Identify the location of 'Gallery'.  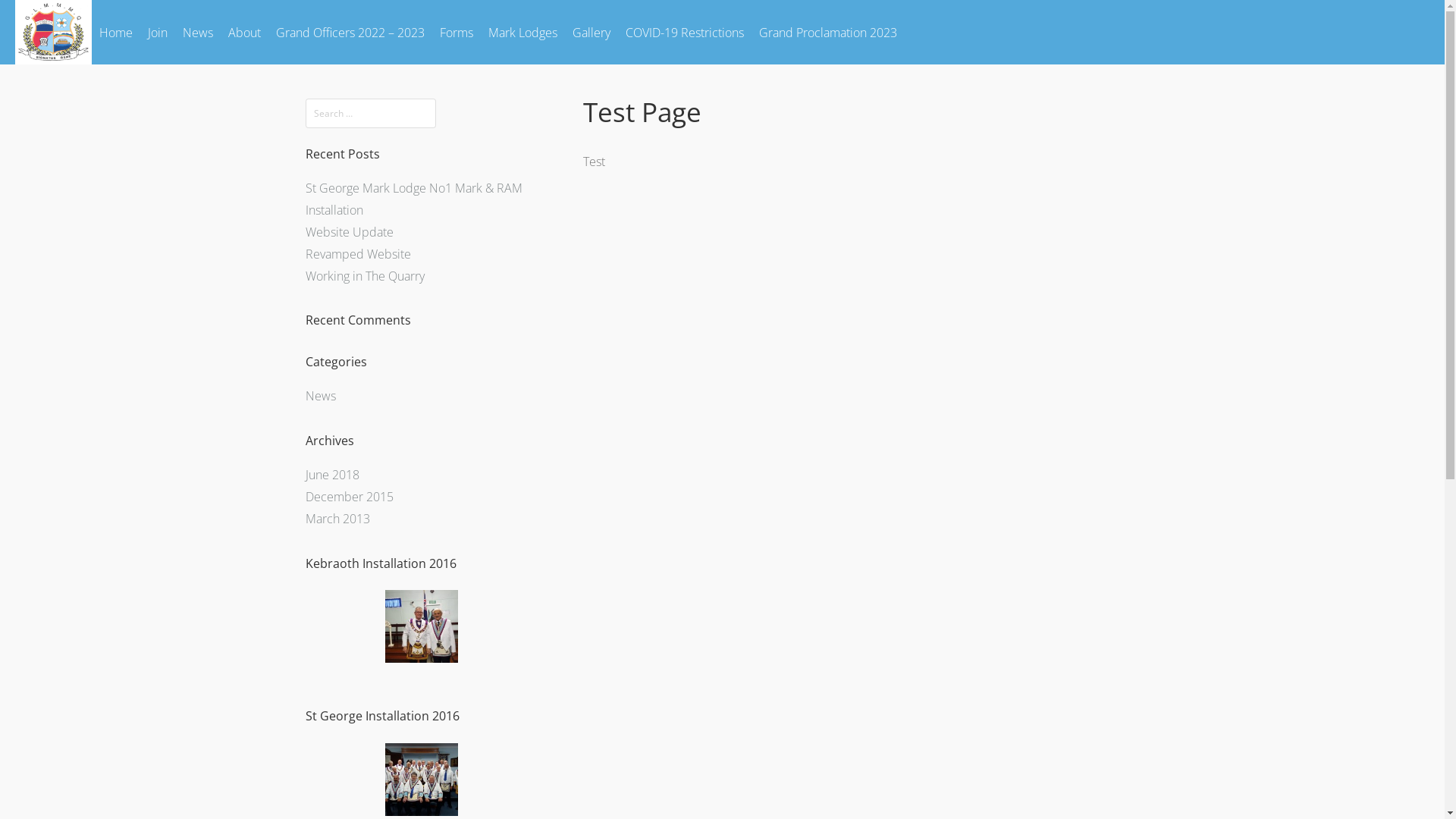
(590, 32).